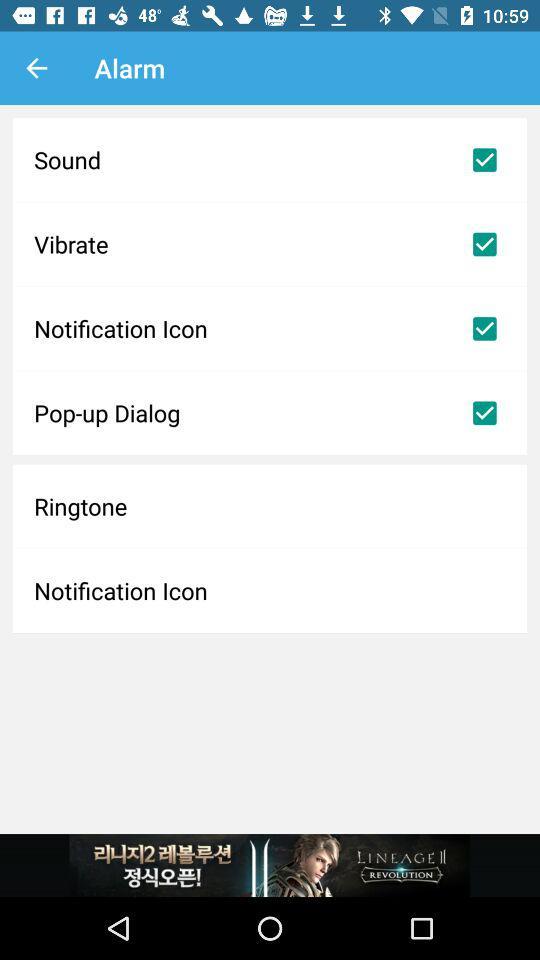 The image size is (540, 960). Describe the element at coordinates (270, 412) in the screenshot. I see `the pop-up dialog item` at that location.